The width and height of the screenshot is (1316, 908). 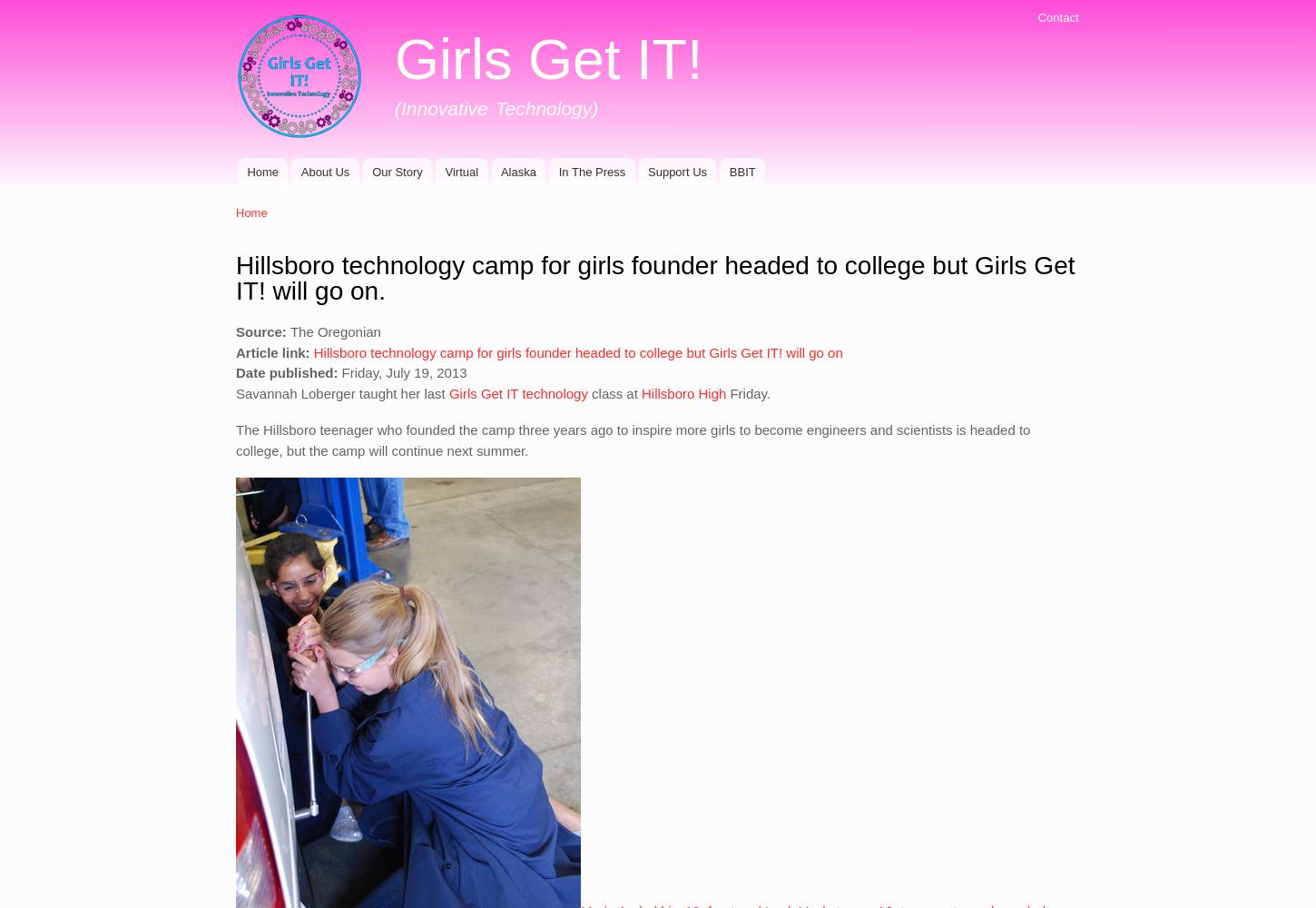 I want to click on 'Alaska', so click(x=517, y=171).